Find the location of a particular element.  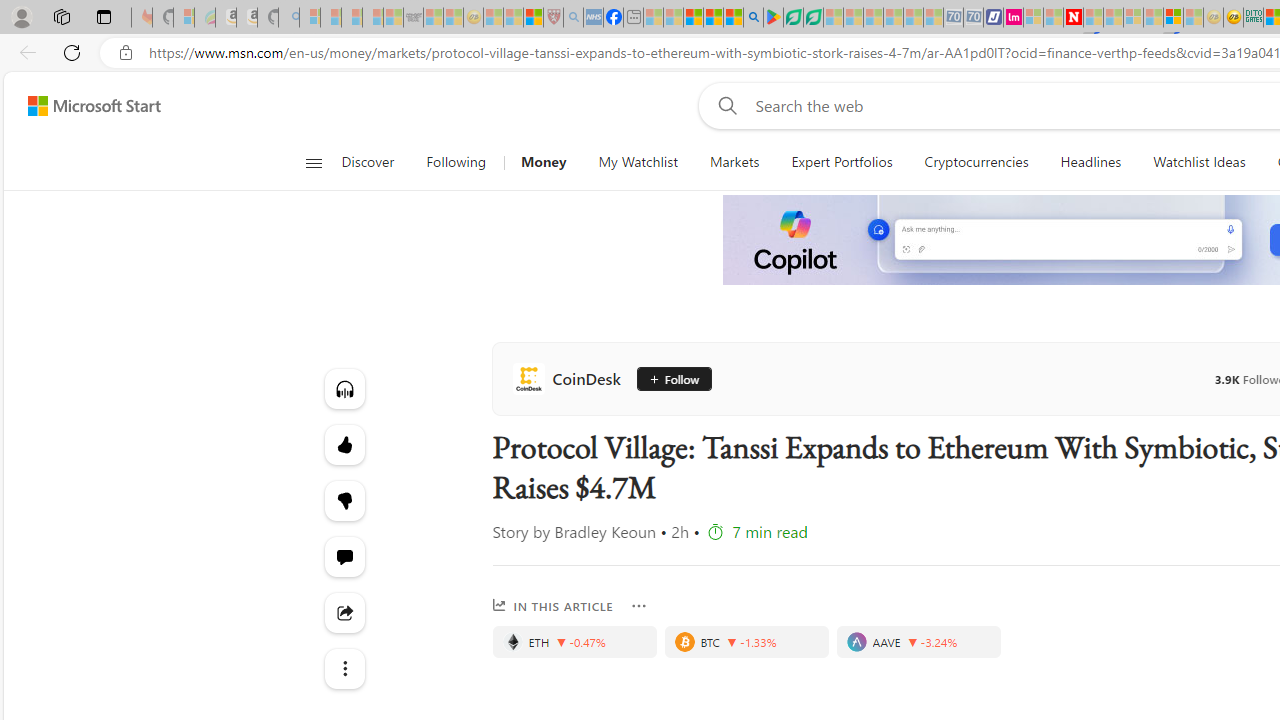

'CoinDesk' is located at coordinates (569, 379).